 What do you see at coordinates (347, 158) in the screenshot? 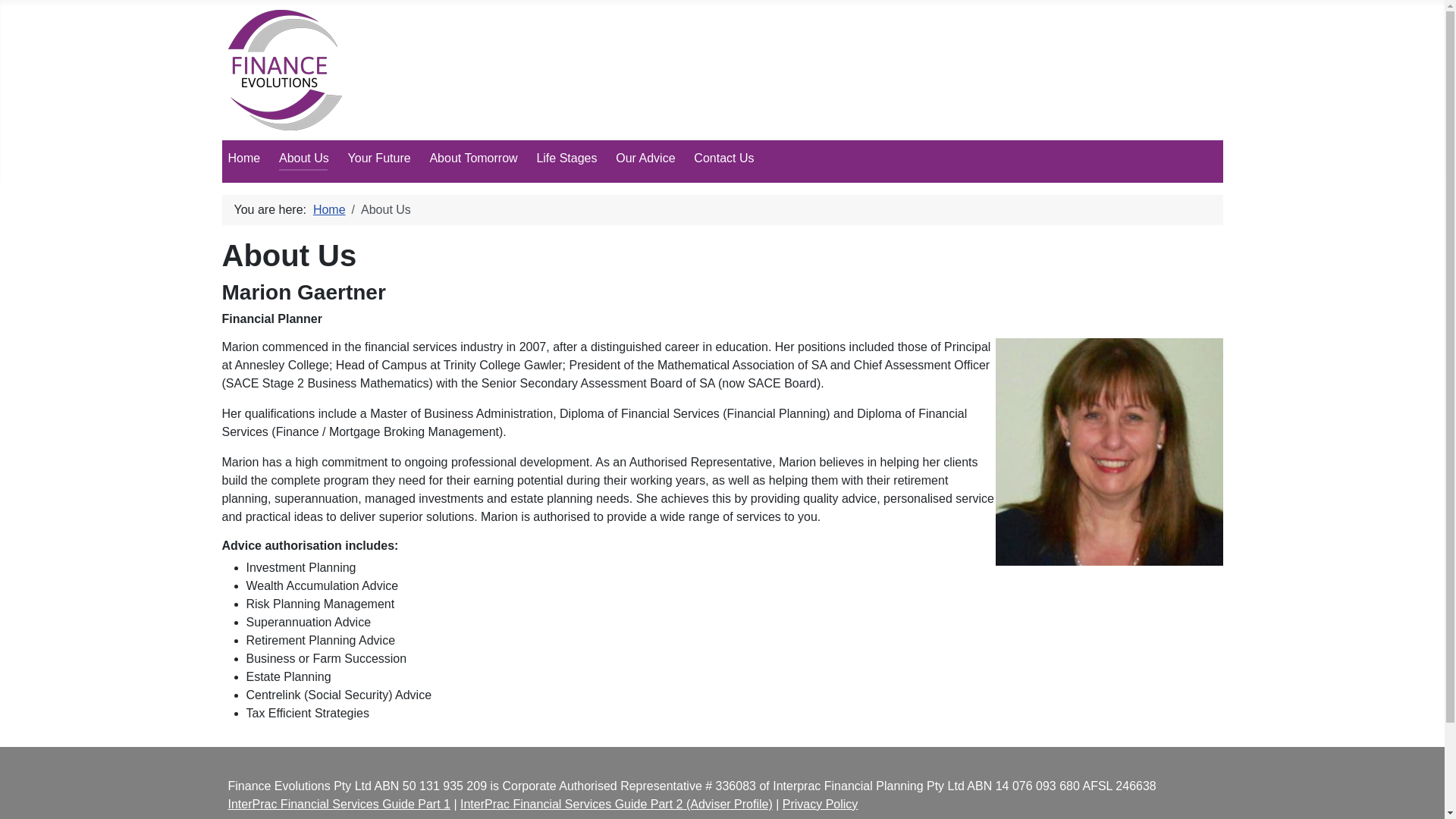
I see `'Your Future'` at bounding box center [347, 158].